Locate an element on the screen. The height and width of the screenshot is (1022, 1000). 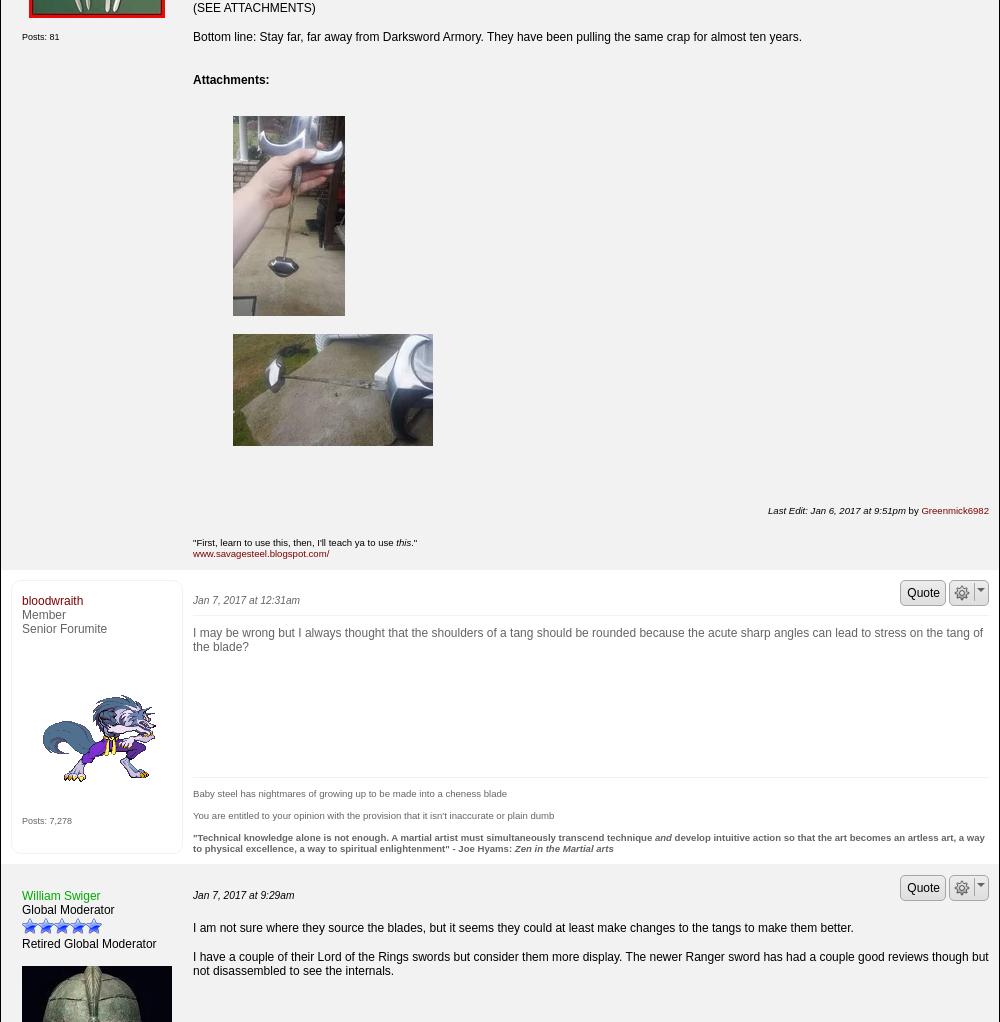
'this' is located at coordinates (403, 540).